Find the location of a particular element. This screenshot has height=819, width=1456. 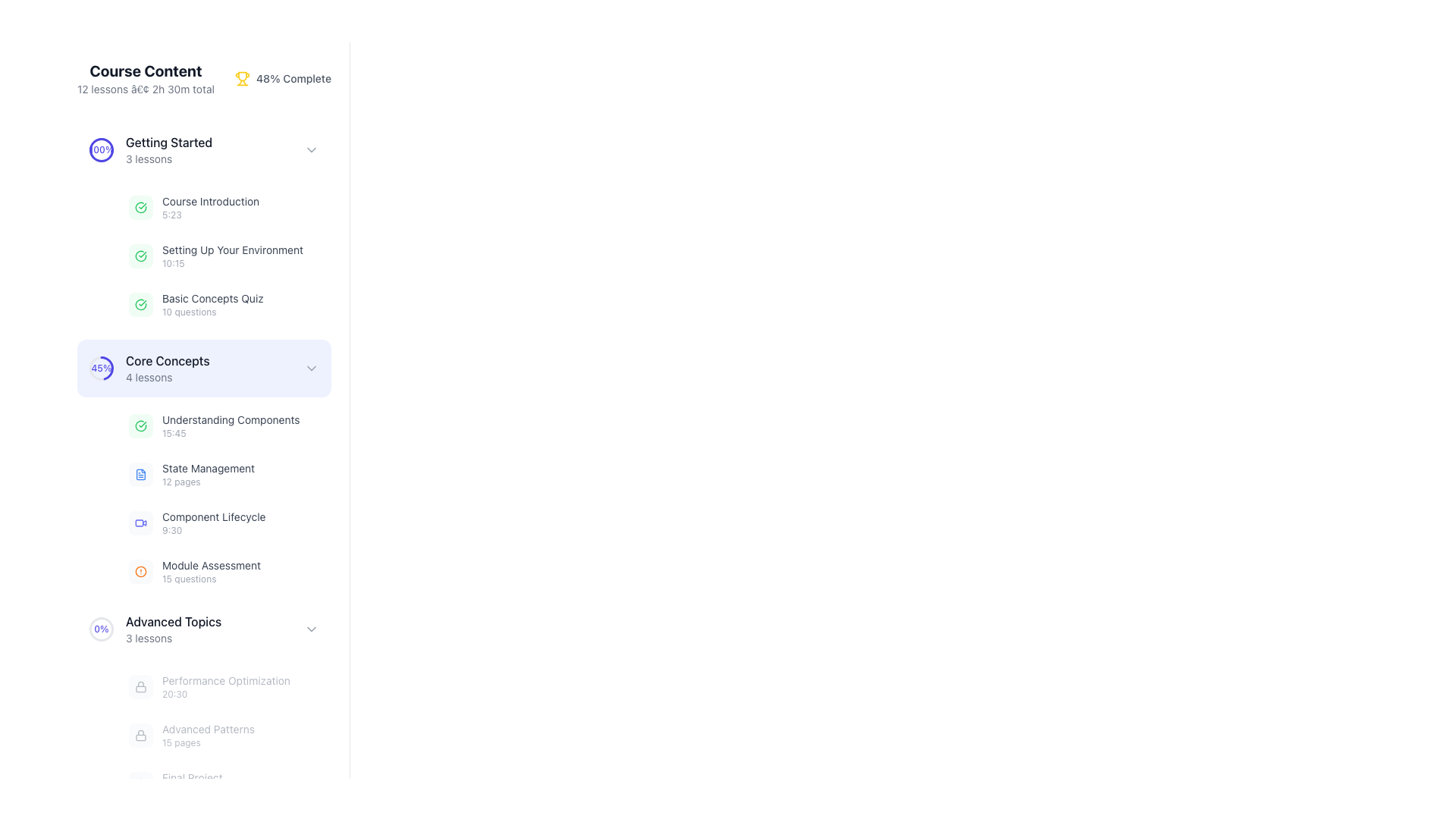

the text display that shows 'Performance Optimization' and '20:30', which is located in the lower part of the 'Advanced Topics' section within the Course Content sidebar is located at coordinates (225, 687).